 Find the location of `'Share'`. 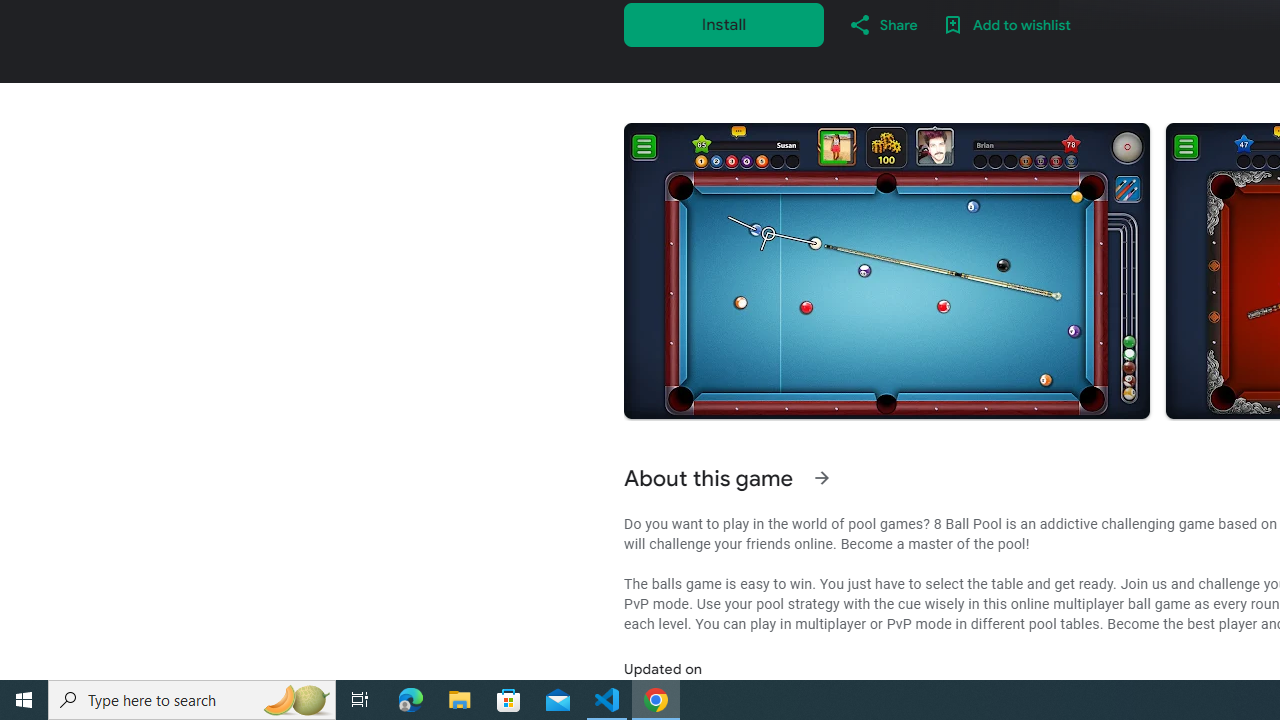

'Share' is located at coordinates (880, 24).